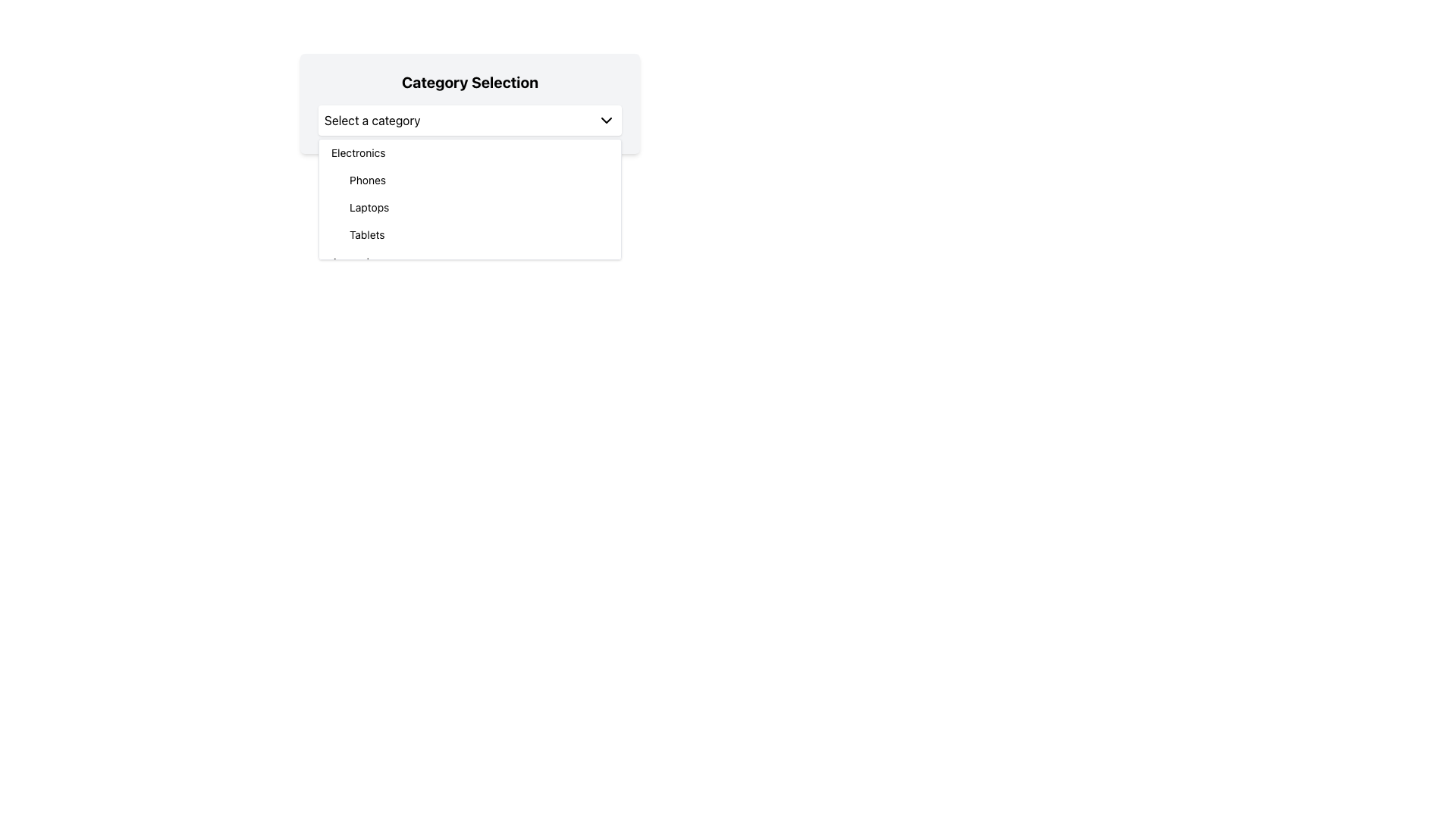  Describe the element at coordinates (479, 234) in the screenshot. I see `to select the 'Tablets' category from the dropdown menu, which is the third item in the list under 'Category Selection'` at that location.